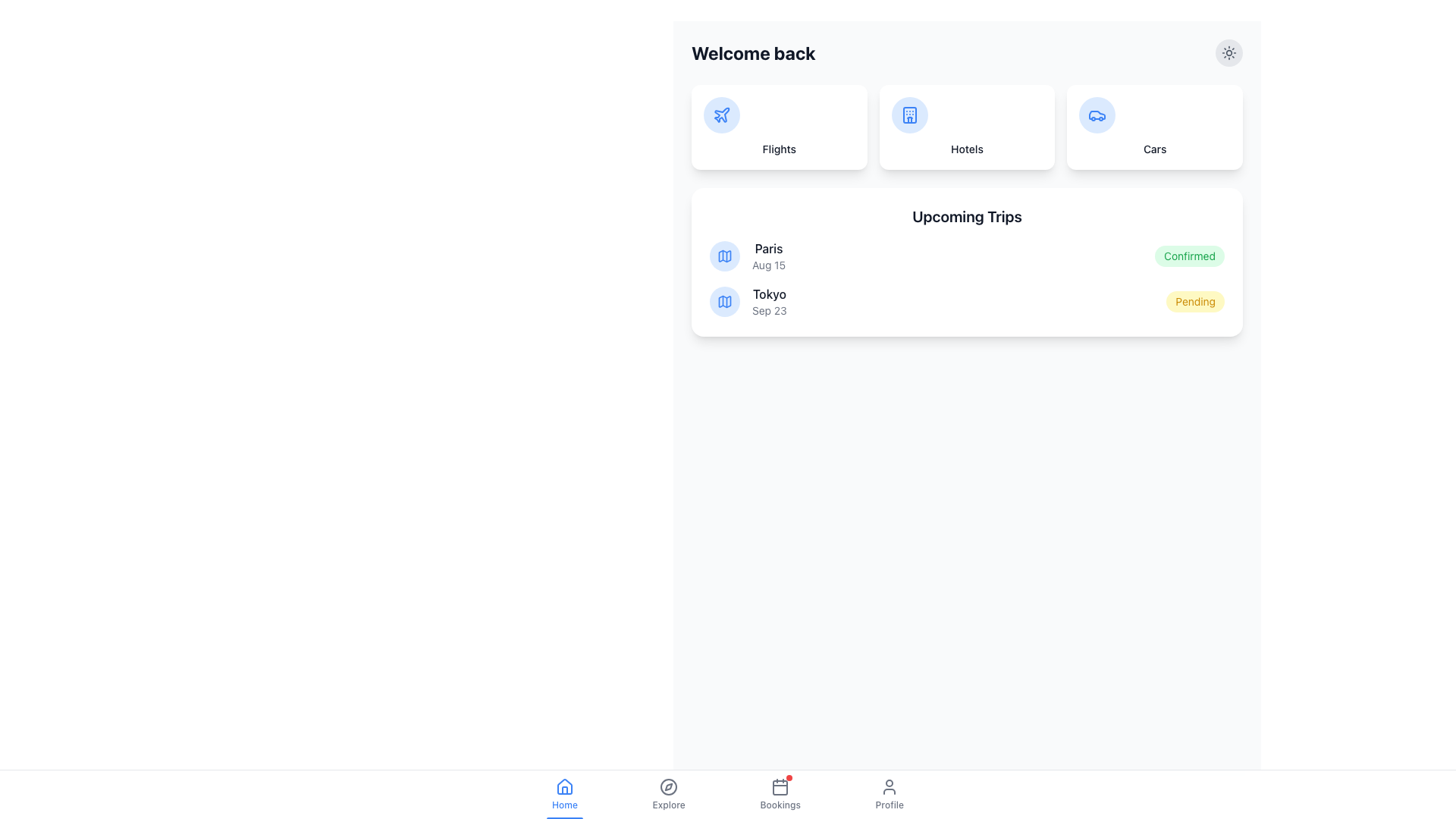 The height and width of the screenshot is (819, 1456). I want to click on the label that indicates the card contains functionality or information related to flights, located at the top left of a grid of three cards, below a circular icon of a plane, so click(779, 149).